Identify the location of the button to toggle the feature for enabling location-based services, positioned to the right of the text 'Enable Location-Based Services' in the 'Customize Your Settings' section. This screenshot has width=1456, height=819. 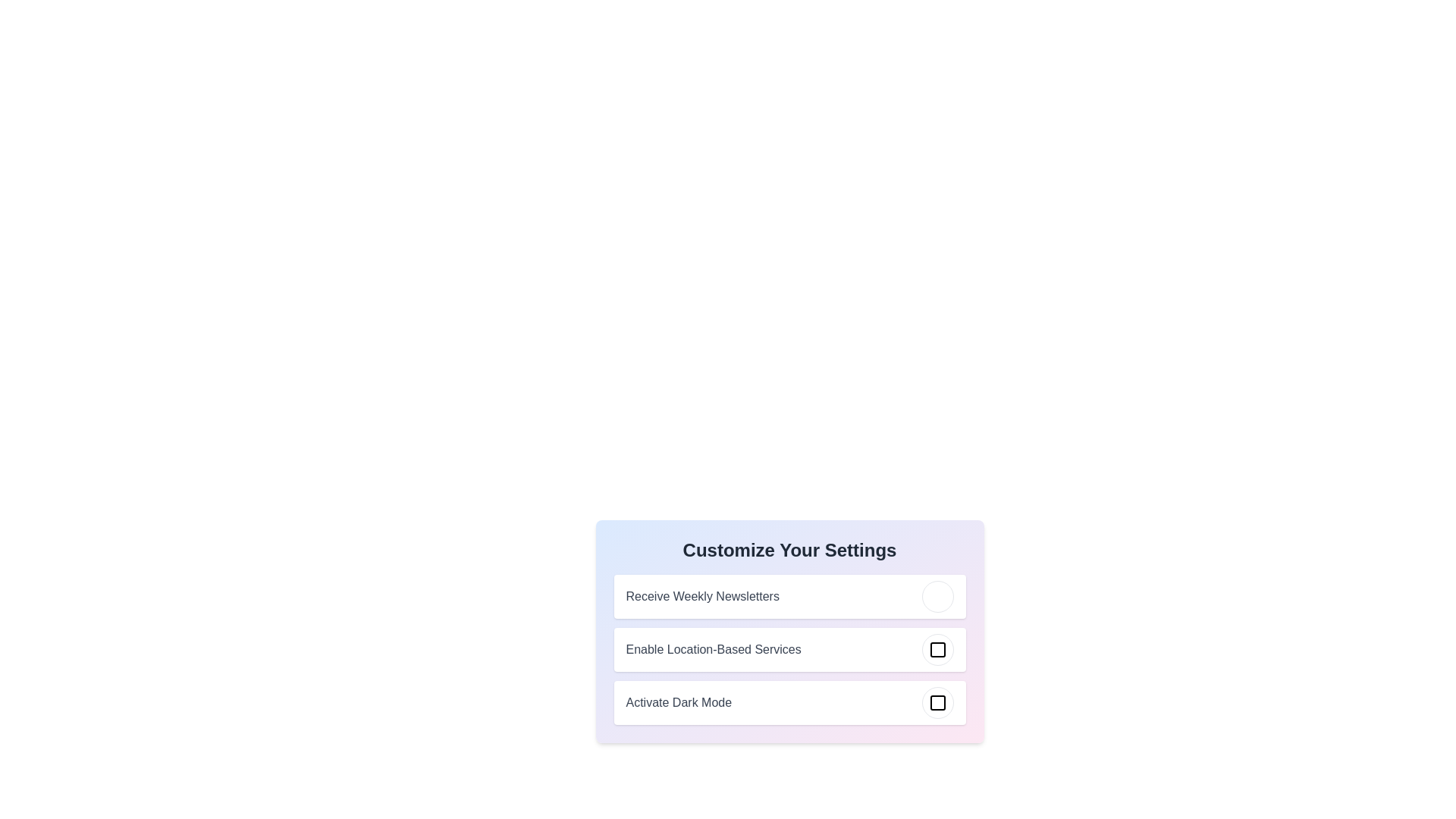
(937, 648).